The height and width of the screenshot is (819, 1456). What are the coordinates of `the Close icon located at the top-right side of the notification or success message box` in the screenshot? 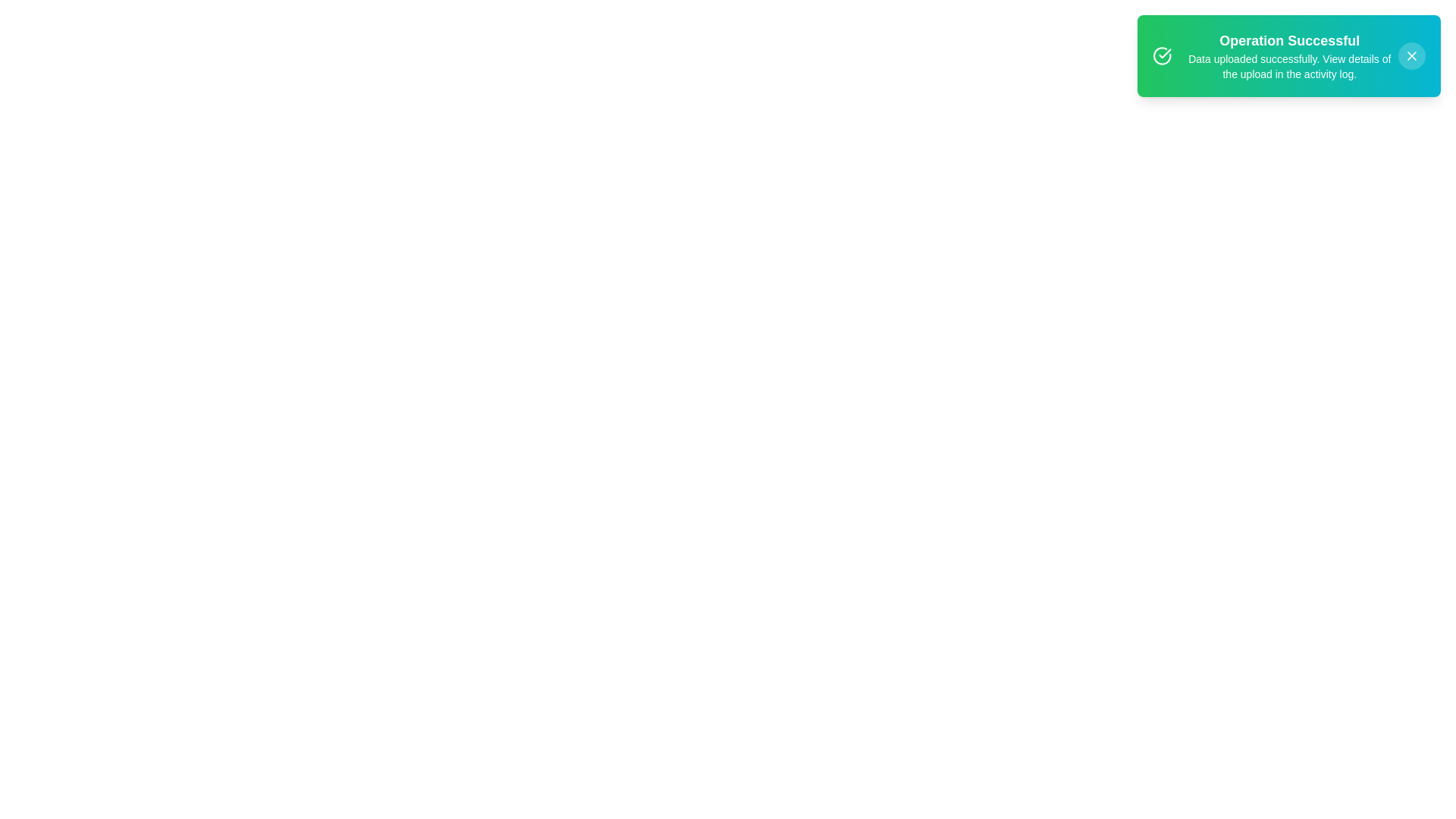 It's located at (1411, 55).